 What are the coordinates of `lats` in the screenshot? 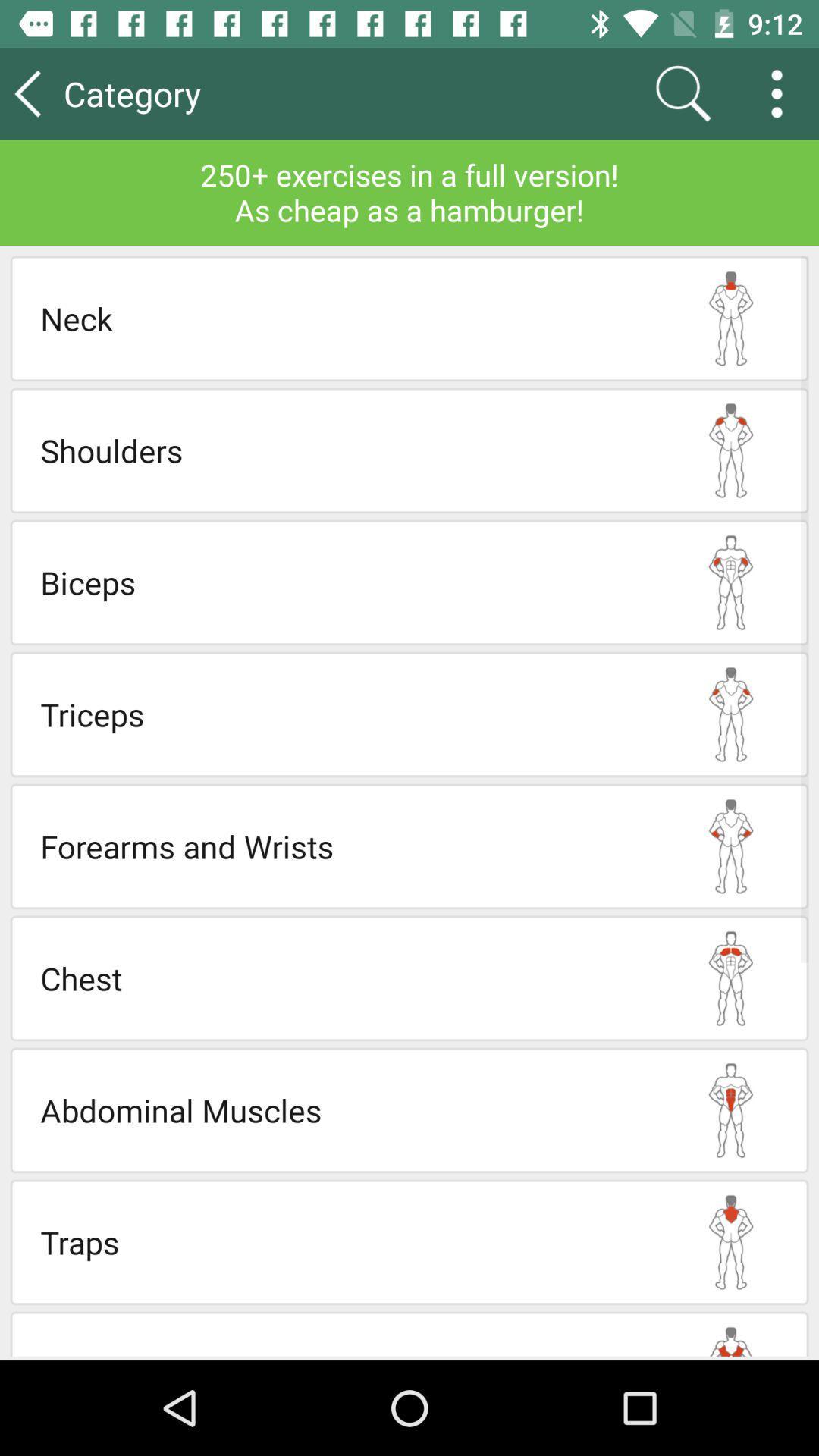 It's located at (347, 1349).